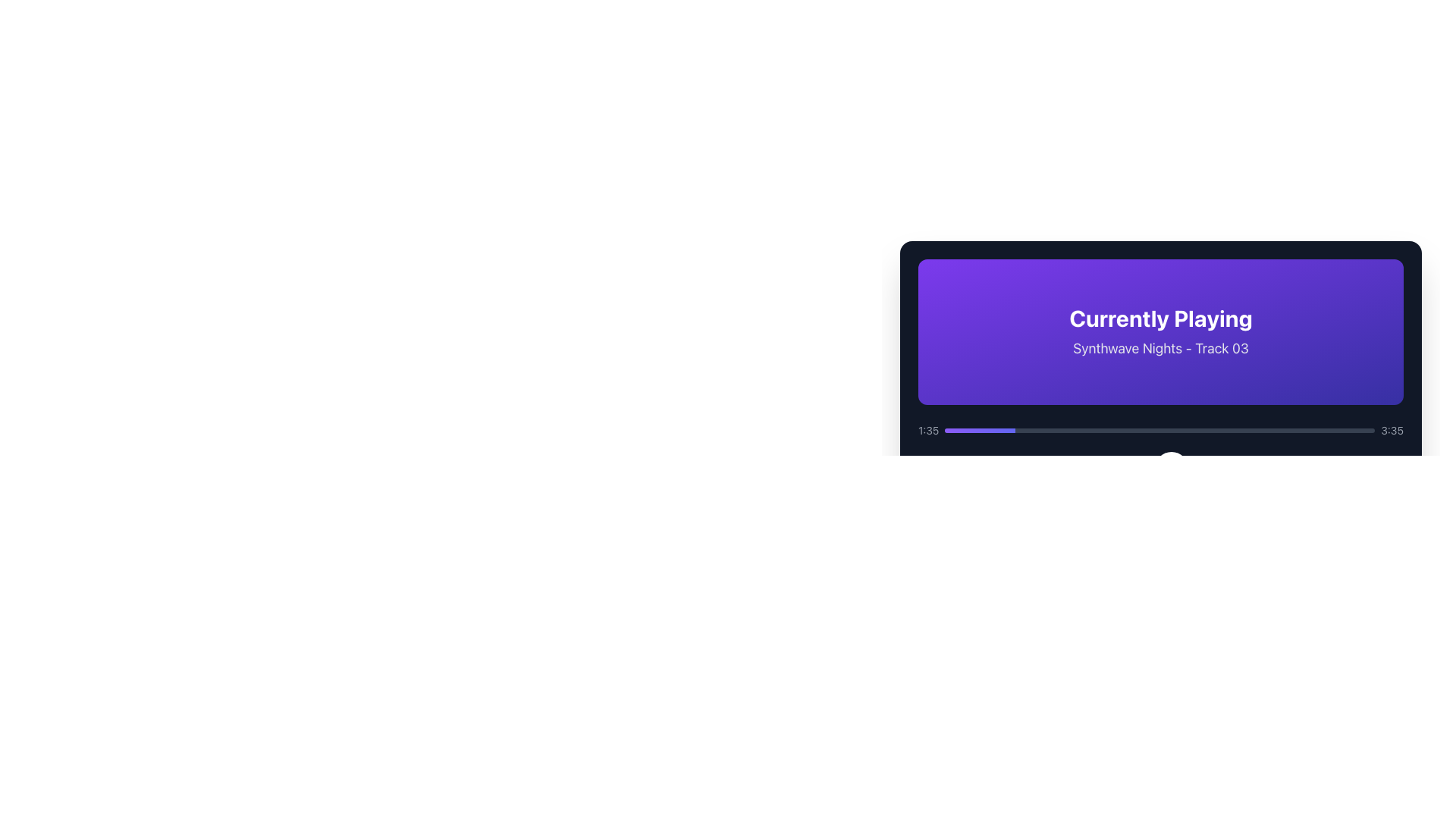  What do you see at coordinates (1128, 430) in the screenshot?
I see `the playback progress` at bounding box center [1128, 430].